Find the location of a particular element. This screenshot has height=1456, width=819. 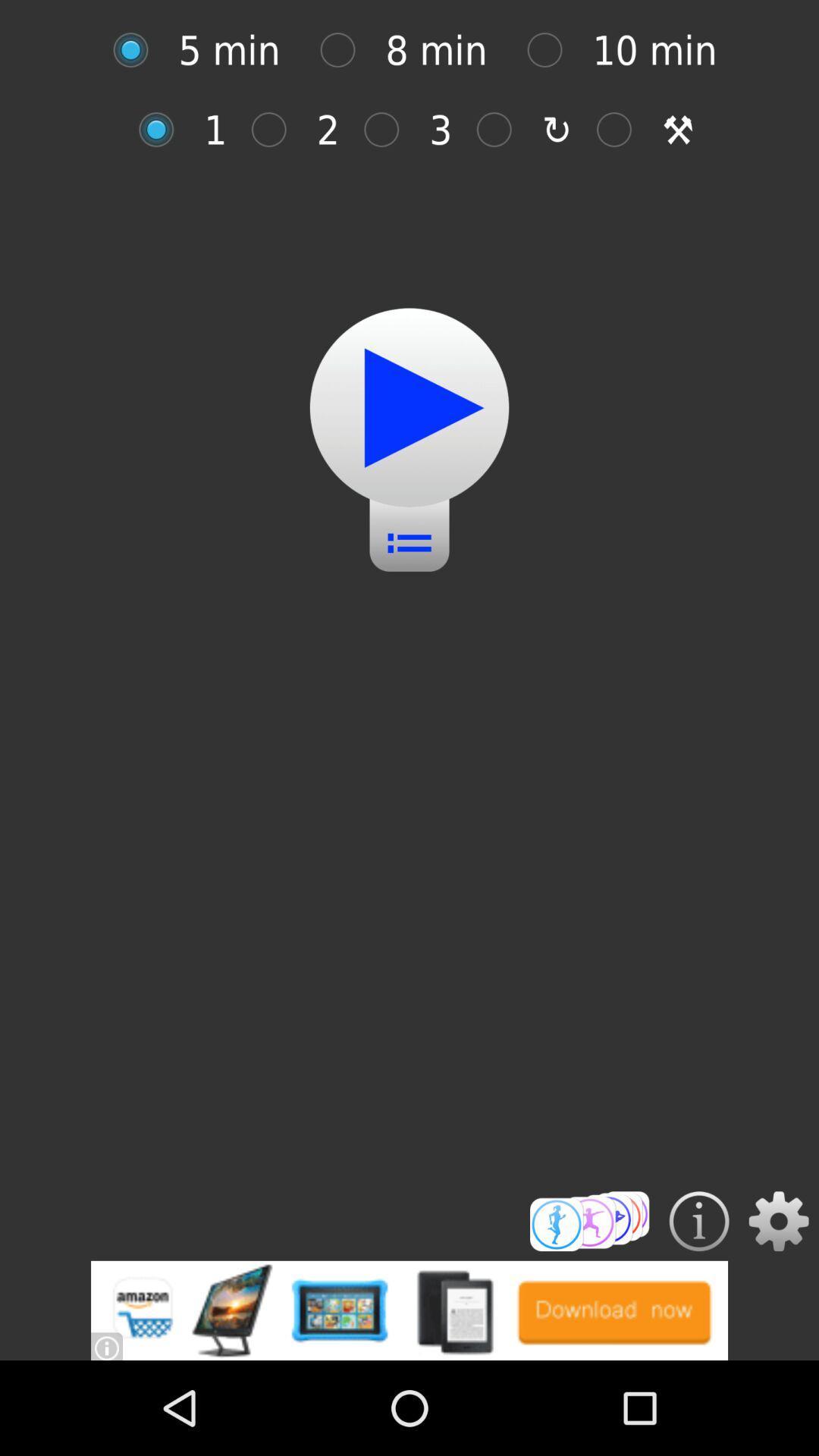

set time to 5 minutes is located at coordinates (138, 50).